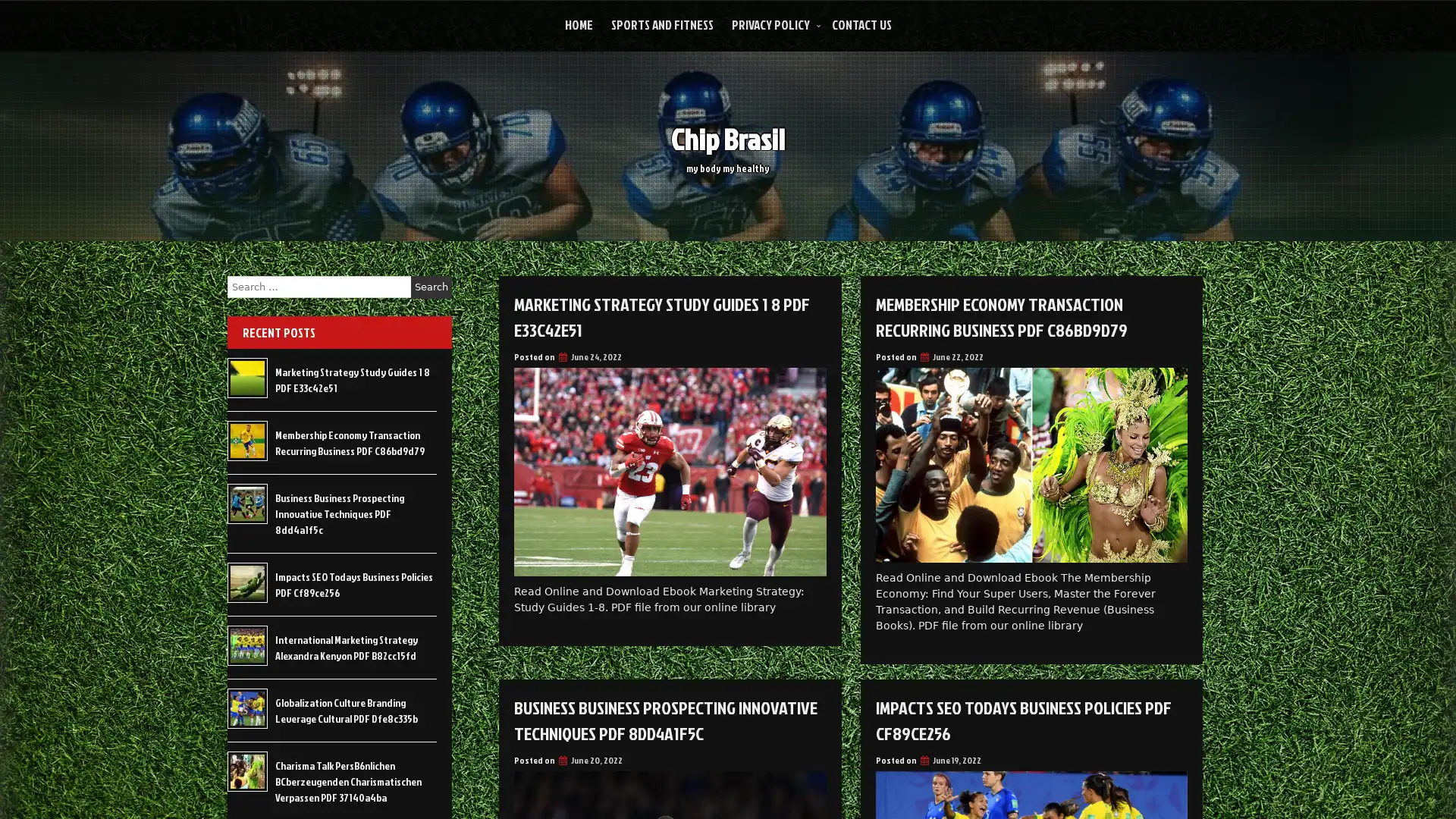 This screenshot has height=819, width=1456. What do you see at coordinates (431, 287) in the screenshot?
I see `Search` at bounding box center [431, 287].